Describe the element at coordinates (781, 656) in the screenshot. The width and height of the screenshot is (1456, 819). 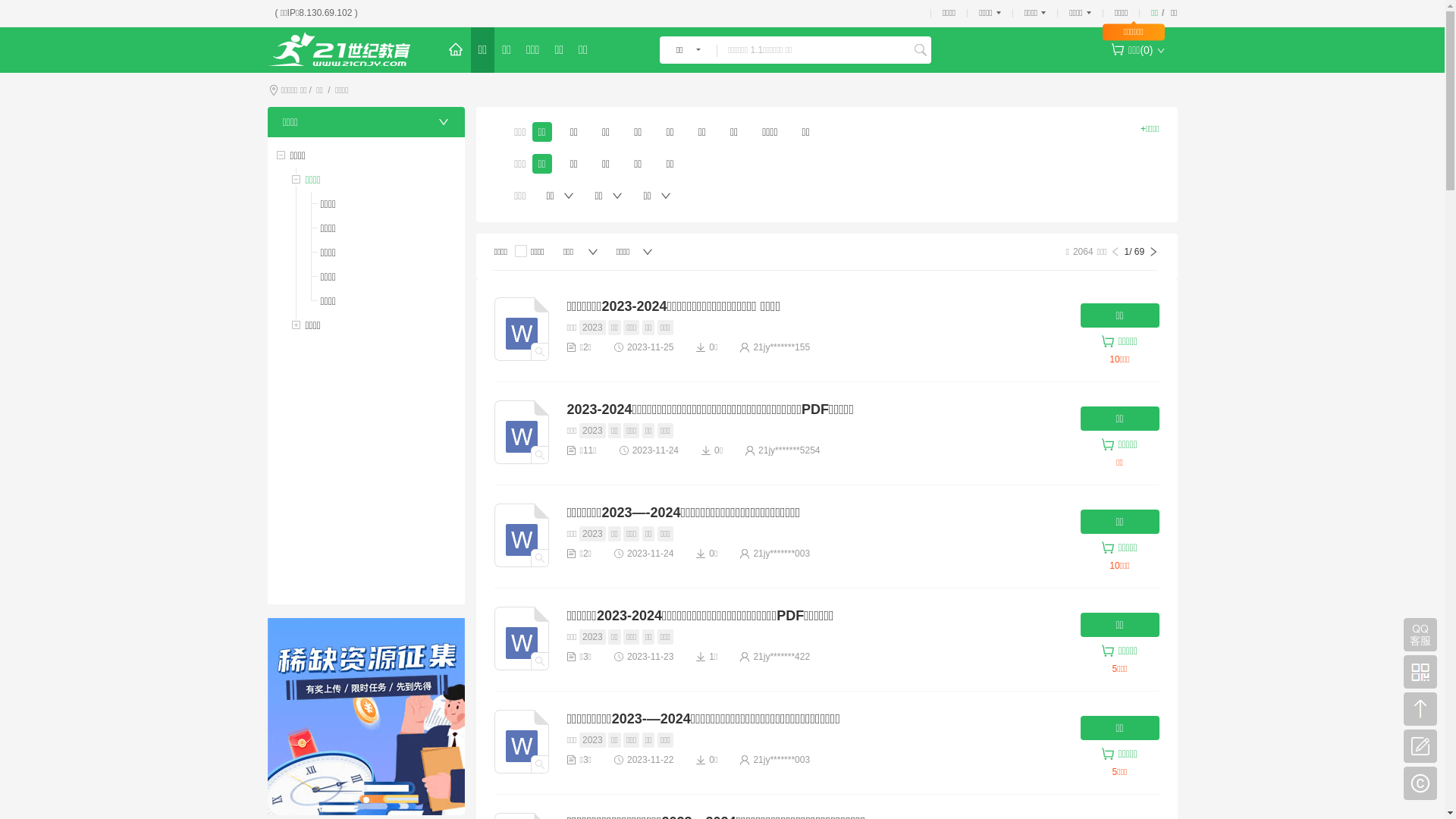
I see `'21jy*******422'` at that location.